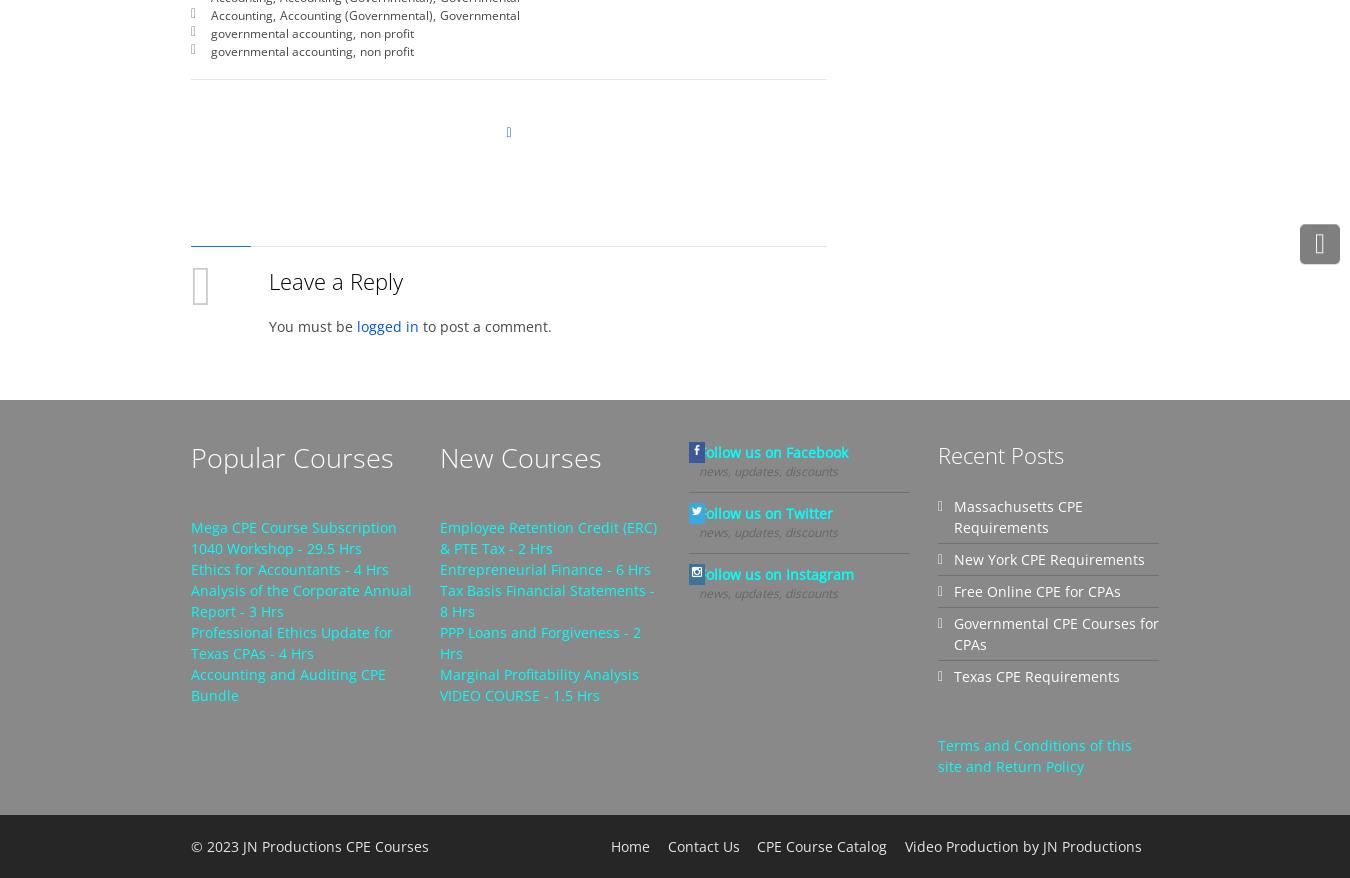  Describe the element at coordinates (1056, 632) in the screenshot. I see `'Governmental CPE Courses for CPAs'` at that location.